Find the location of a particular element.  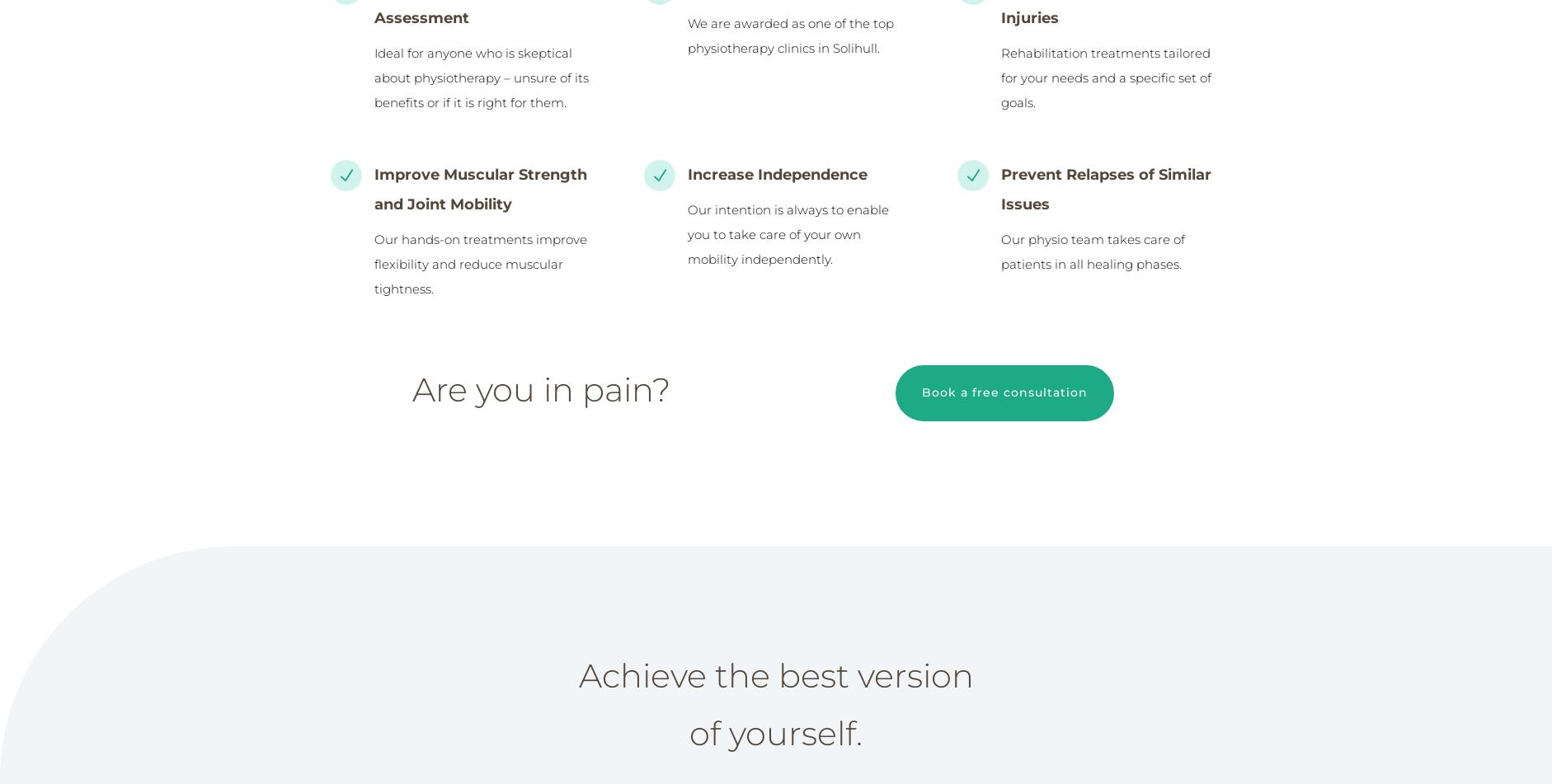

'Increase Independence' is located at coordinates (776, 174).